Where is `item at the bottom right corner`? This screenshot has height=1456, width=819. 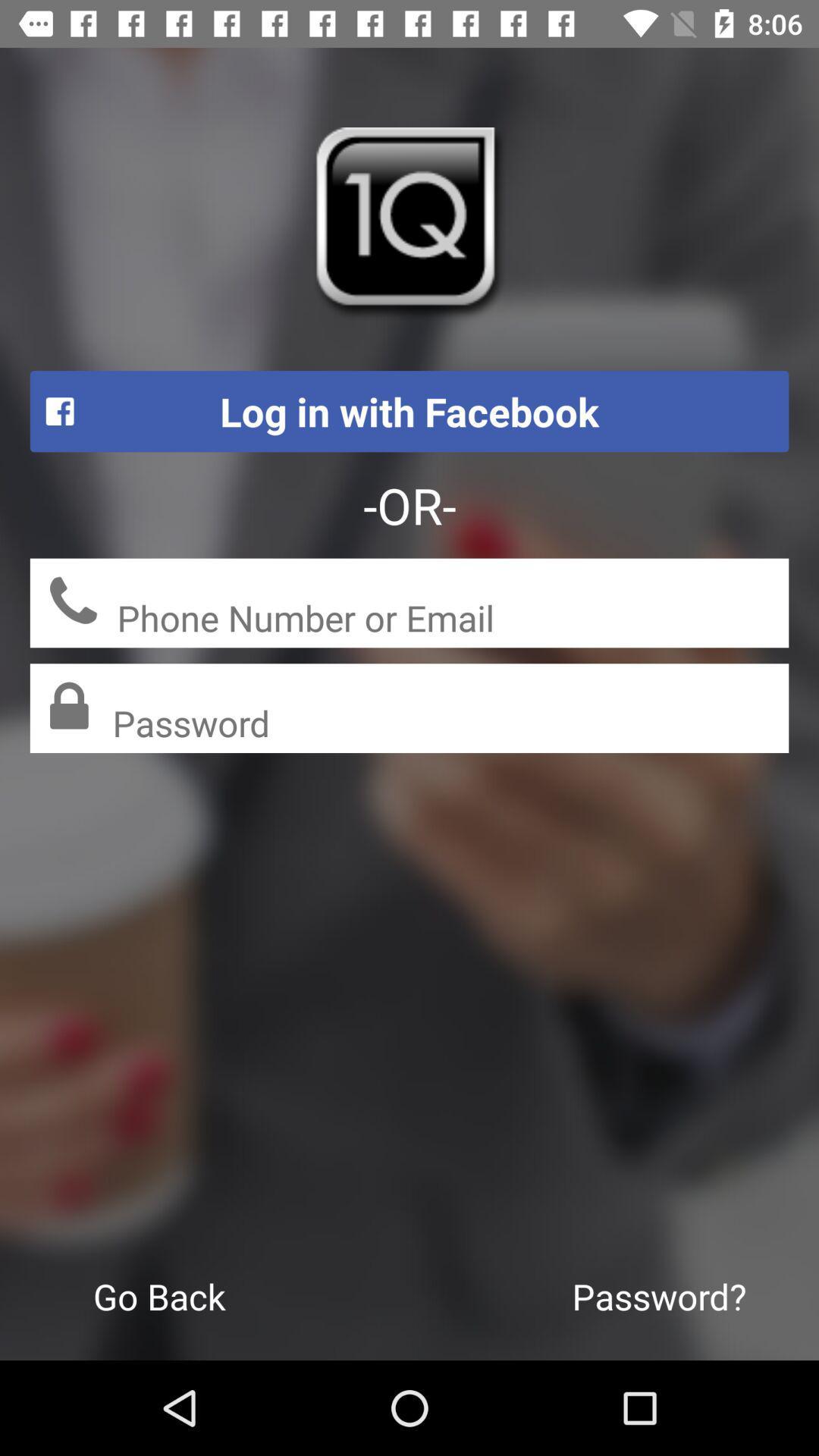 item at the bottom right corner is located at coordinates (658, 1295).